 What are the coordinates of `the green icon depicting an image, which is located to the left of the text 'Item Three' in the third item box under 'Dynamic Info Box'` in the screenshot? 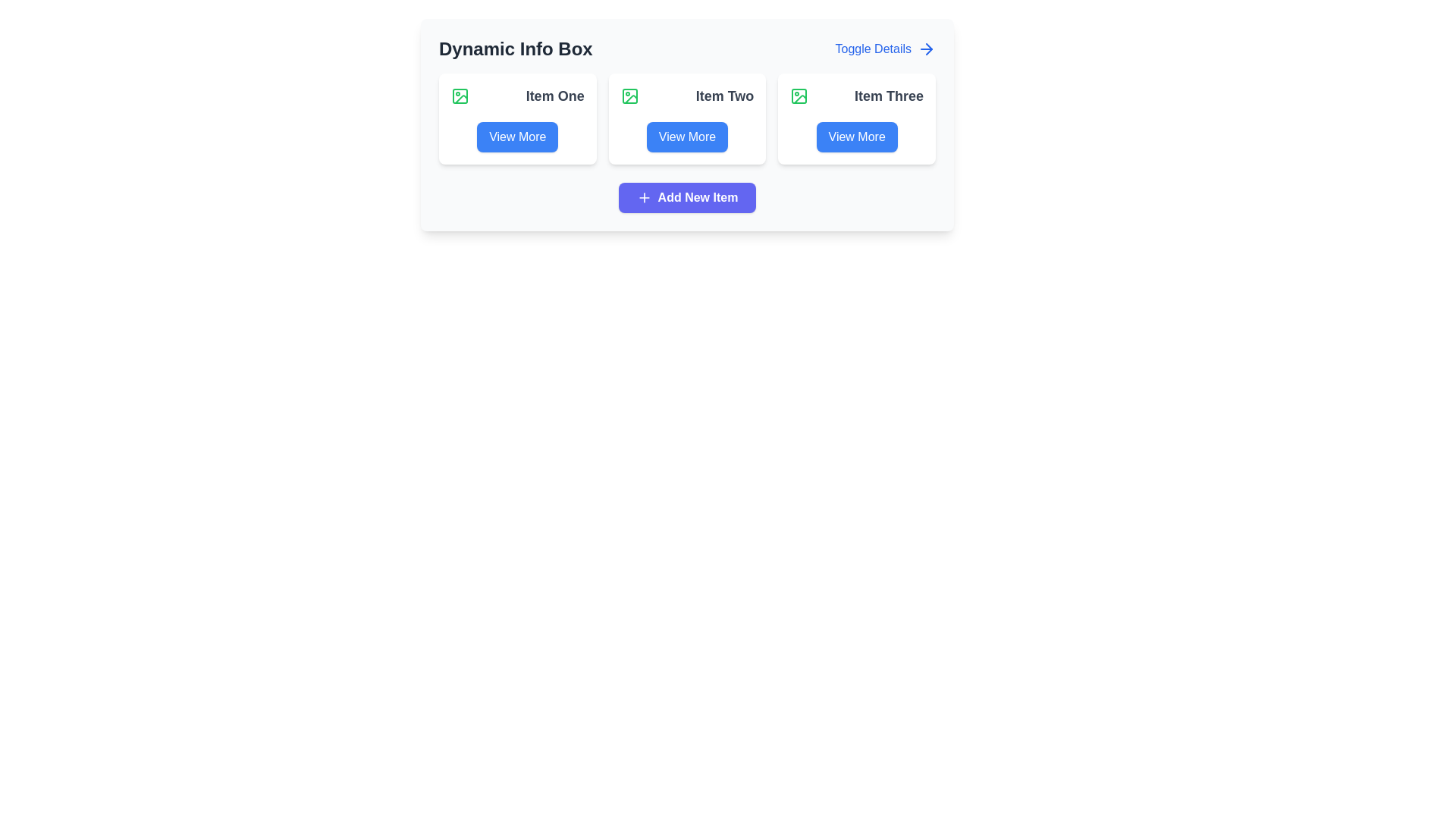 It's located at (799, 96).